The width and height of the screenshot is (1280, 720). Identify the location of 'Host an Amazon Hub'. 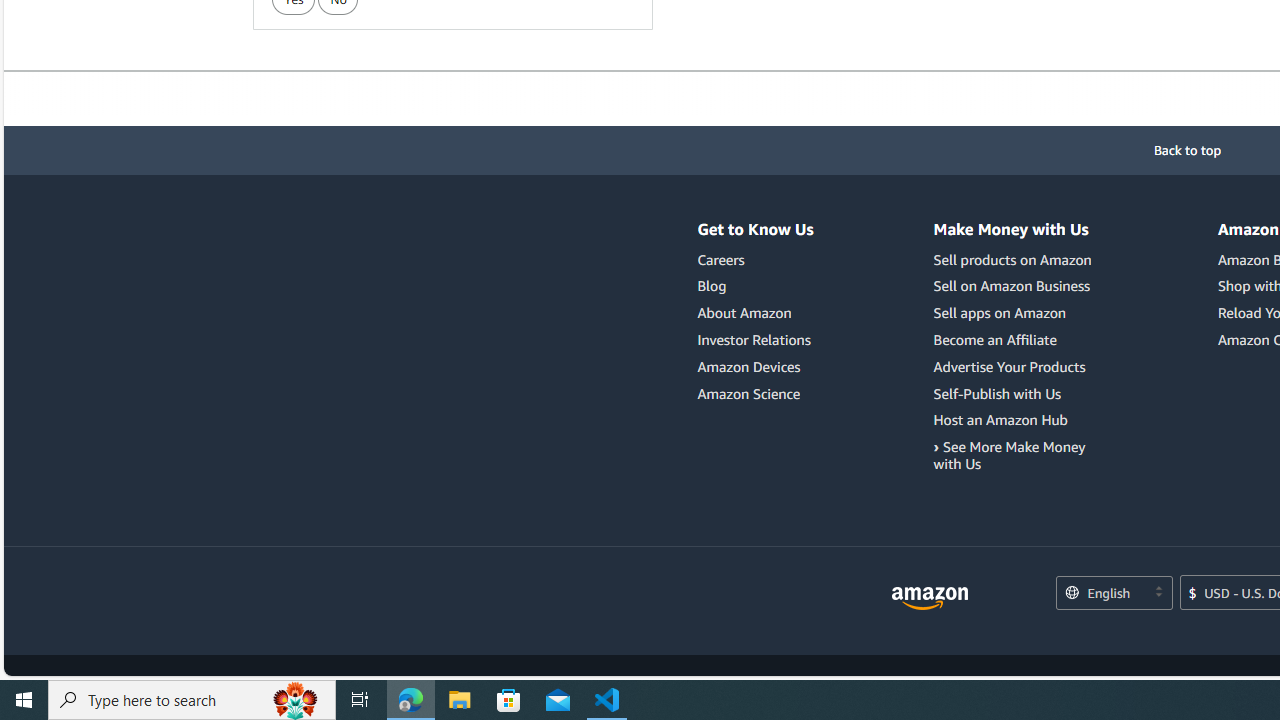
(1000, 419).